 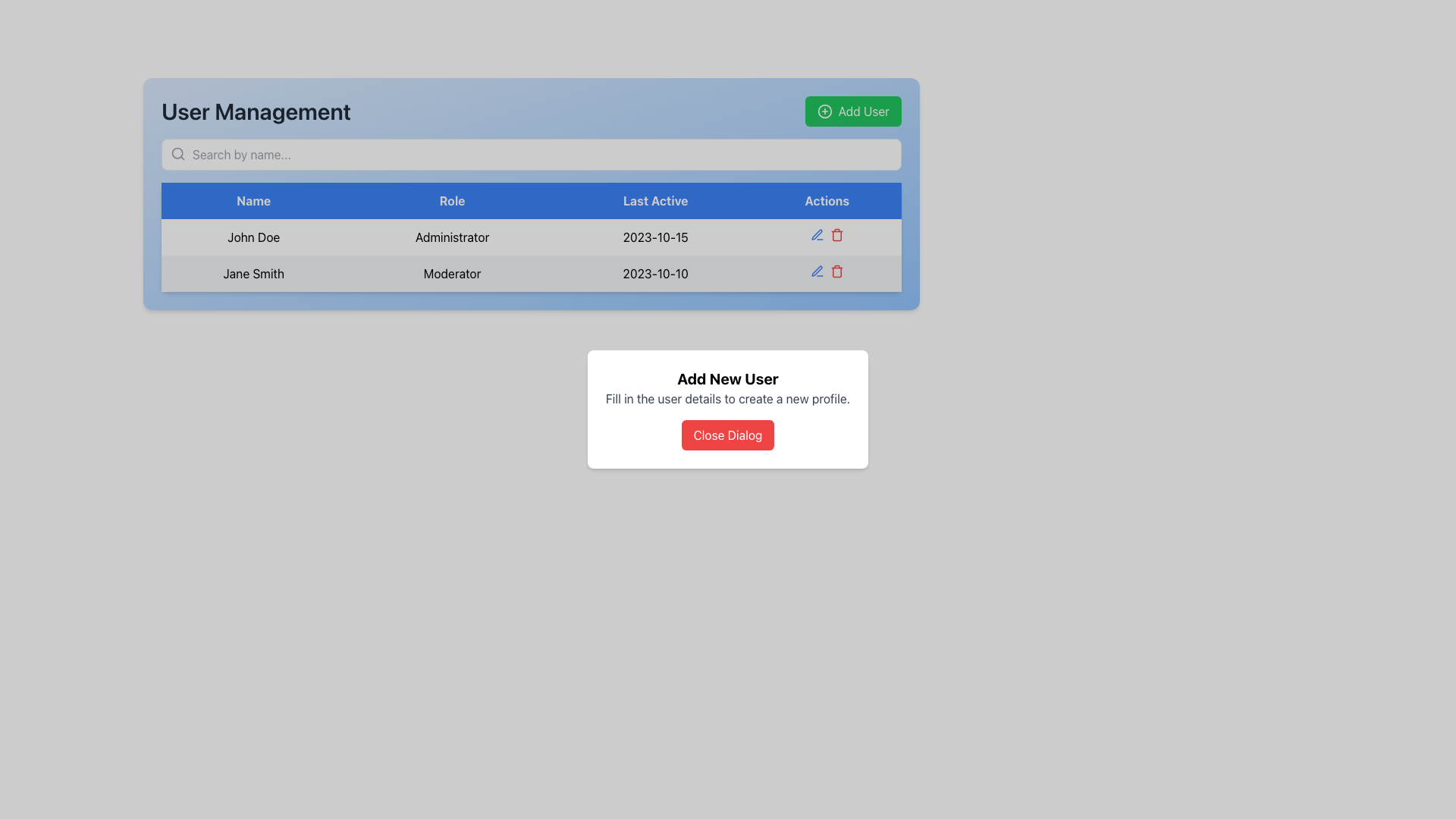 I want to click on the green circular icon with a '+' symbol, which is part of the 'Add User' button located at the top-right of the user management panel, so click(x=824, y=110).